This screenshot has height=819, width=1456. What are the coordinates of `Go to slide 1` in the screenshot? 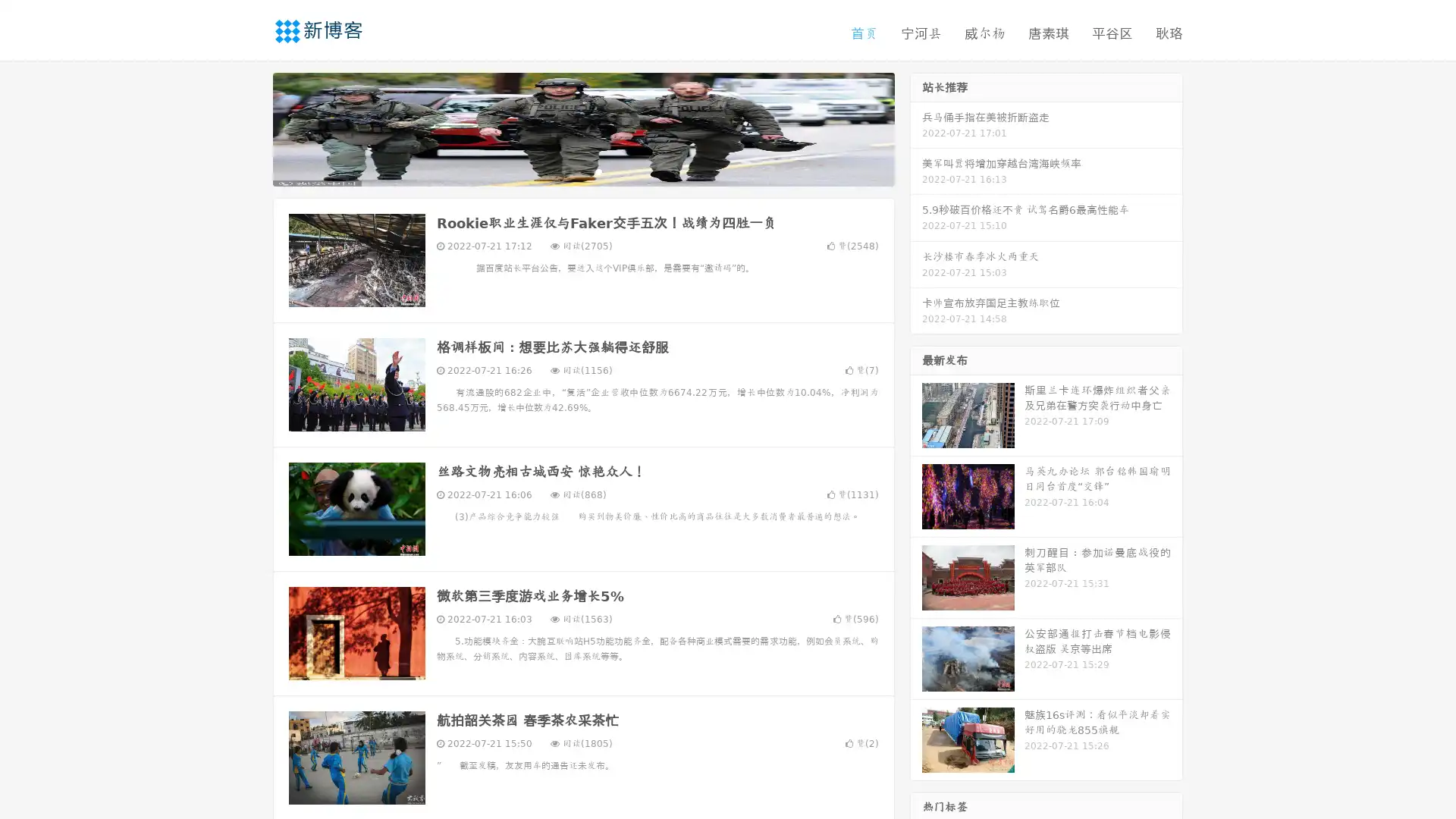 It's located at (567, 171).